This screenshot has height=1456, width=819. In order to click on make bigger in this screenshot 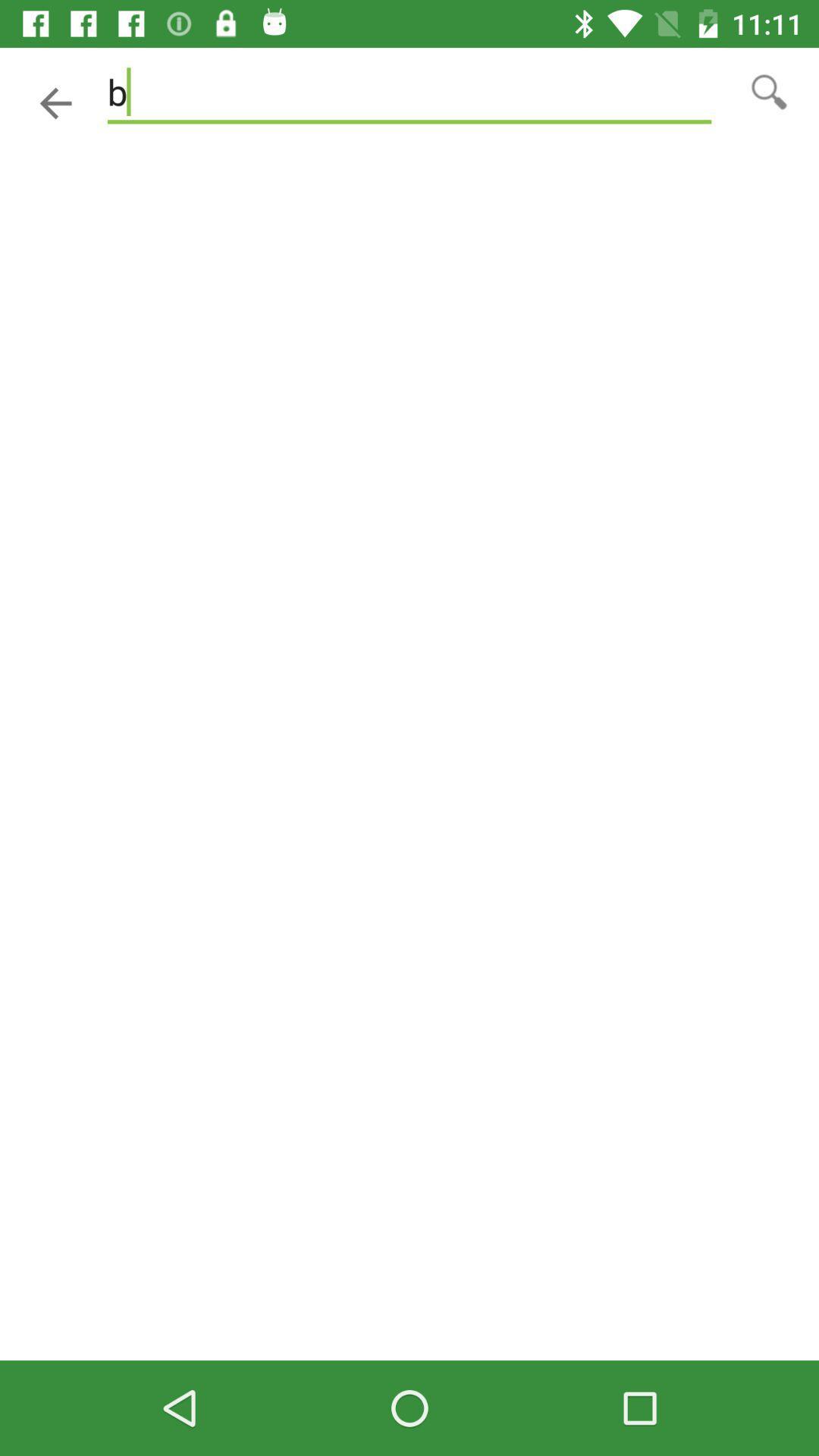, I will do `click(769, 90)`.